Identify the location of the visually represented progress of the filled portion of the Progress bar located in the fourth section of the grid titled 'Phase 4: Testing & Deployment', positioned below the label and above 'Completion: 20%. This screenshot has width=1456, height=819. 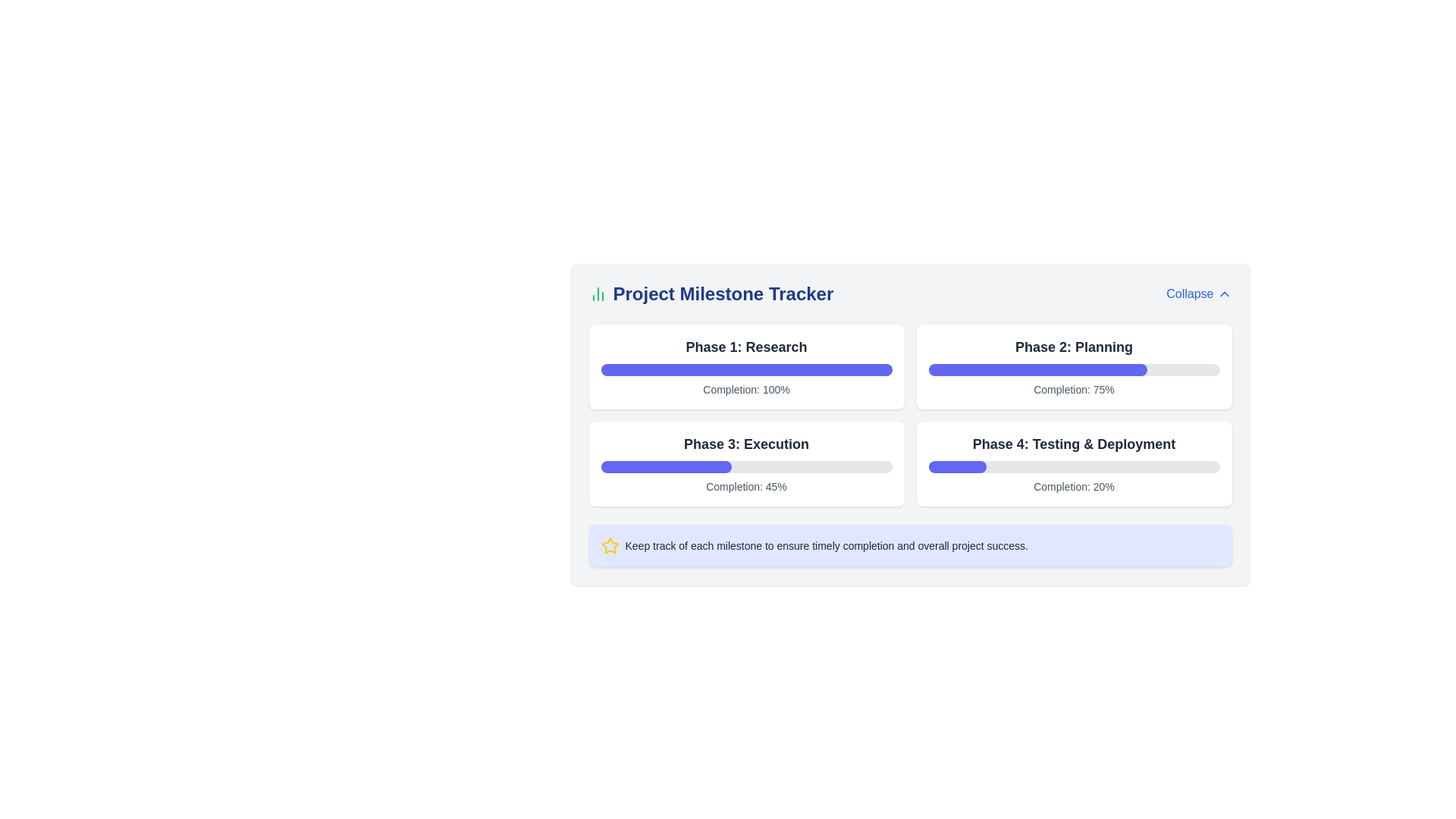
(956, 466).